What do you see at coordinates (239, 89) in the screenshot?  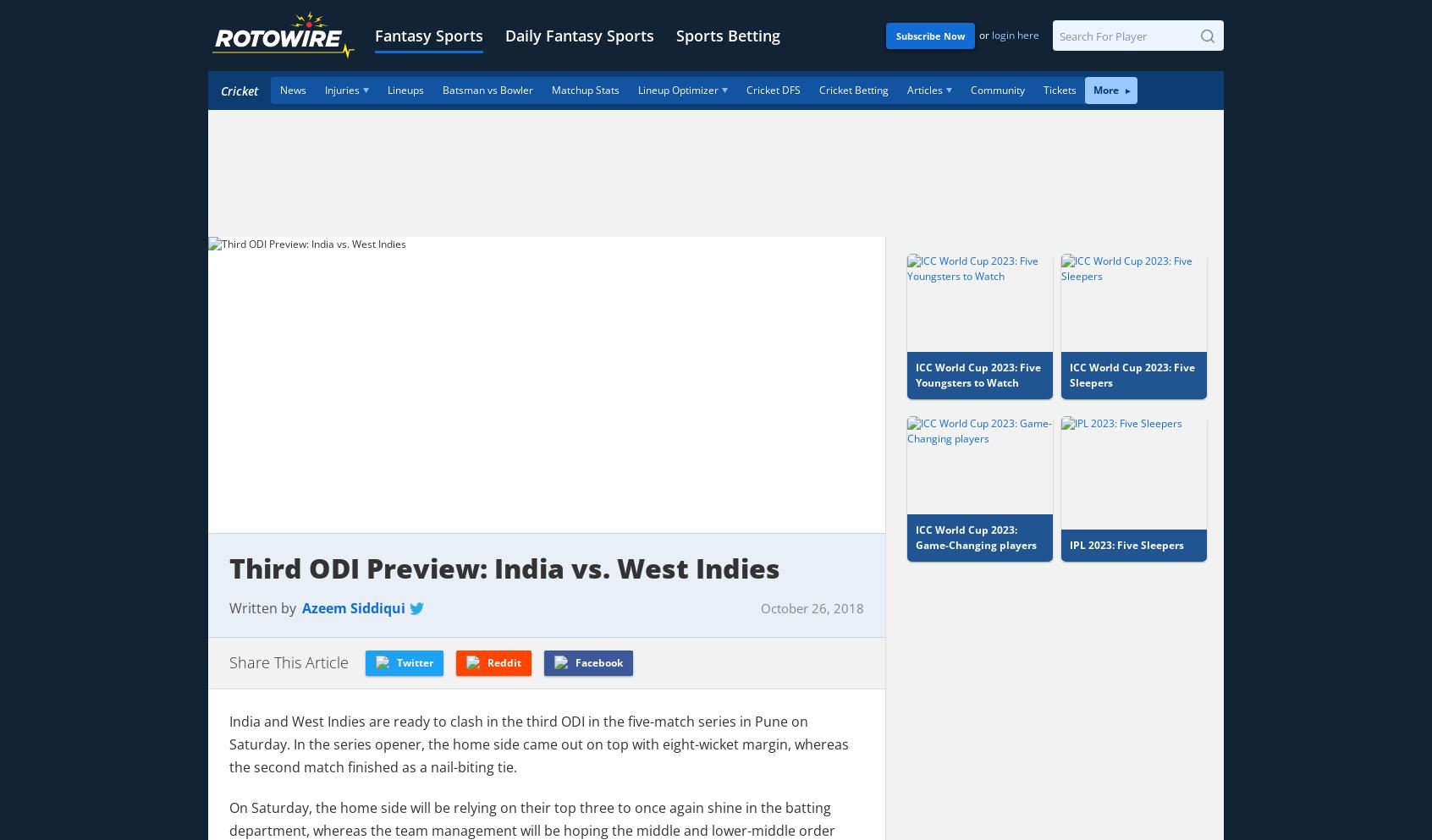 I see `'Cricket'` at bounding box center [239, 89].